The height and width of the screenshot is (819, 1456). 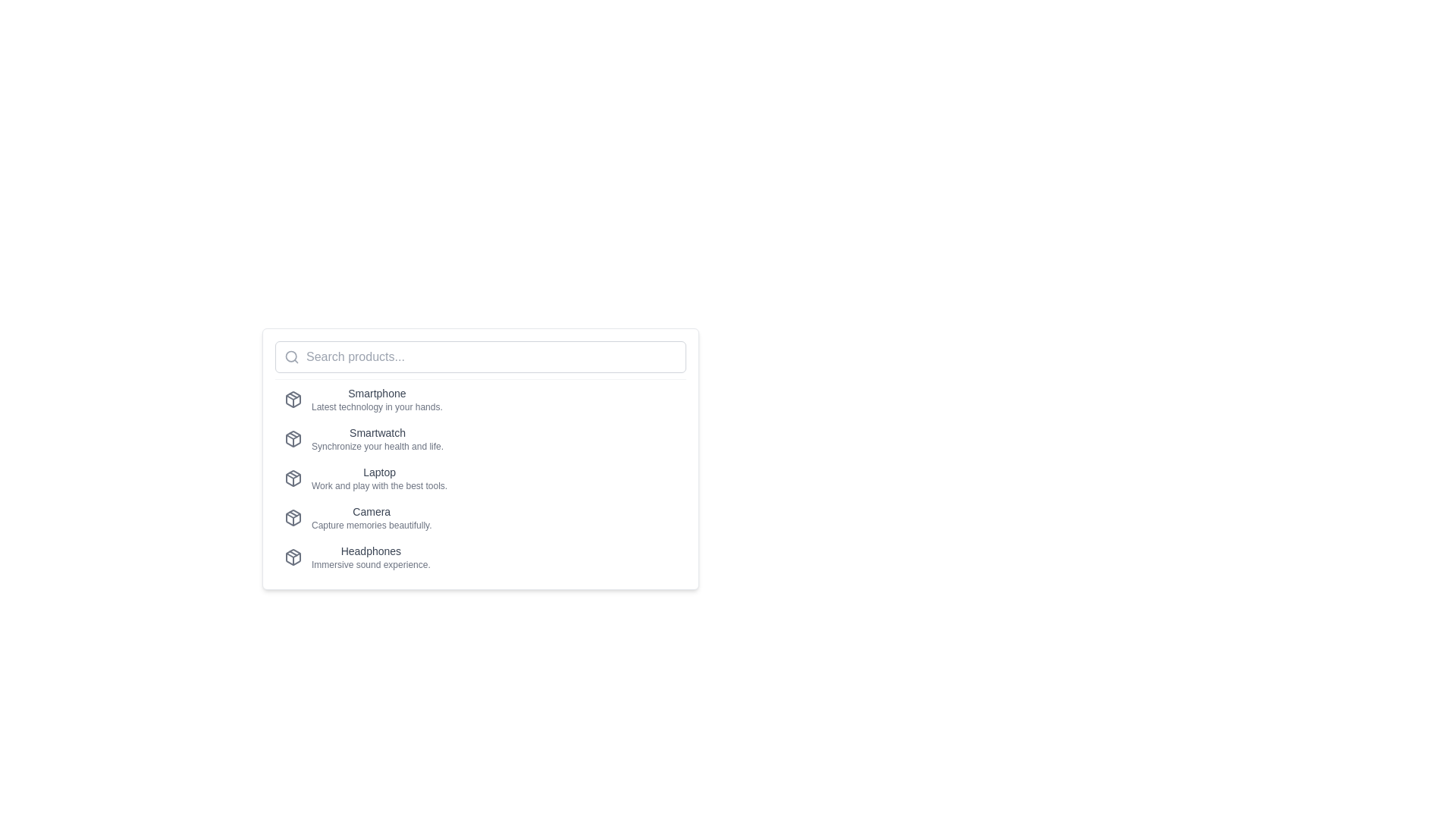 What do you see at coordinates (372, 525) in the screenshot?
I see `the descriptive text element located below the 'Camera' heading in the vertical list, which provides additional information about the camera features` at bounding box center [372, 525].